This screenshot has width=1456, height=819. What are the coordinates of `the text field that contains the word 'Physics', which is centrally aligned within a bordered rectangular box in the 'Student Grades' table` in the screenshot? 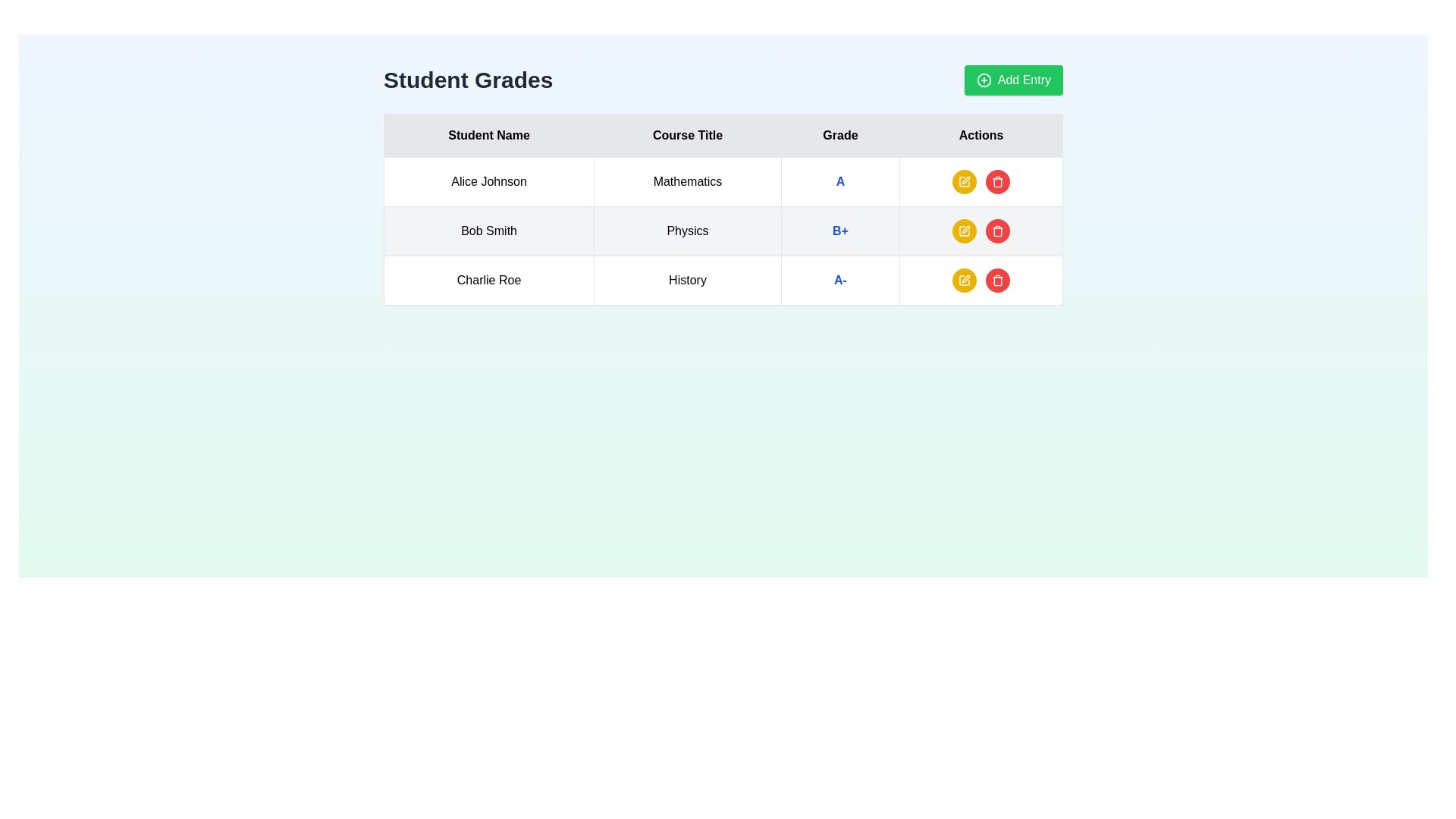 It's located at (687, 231).